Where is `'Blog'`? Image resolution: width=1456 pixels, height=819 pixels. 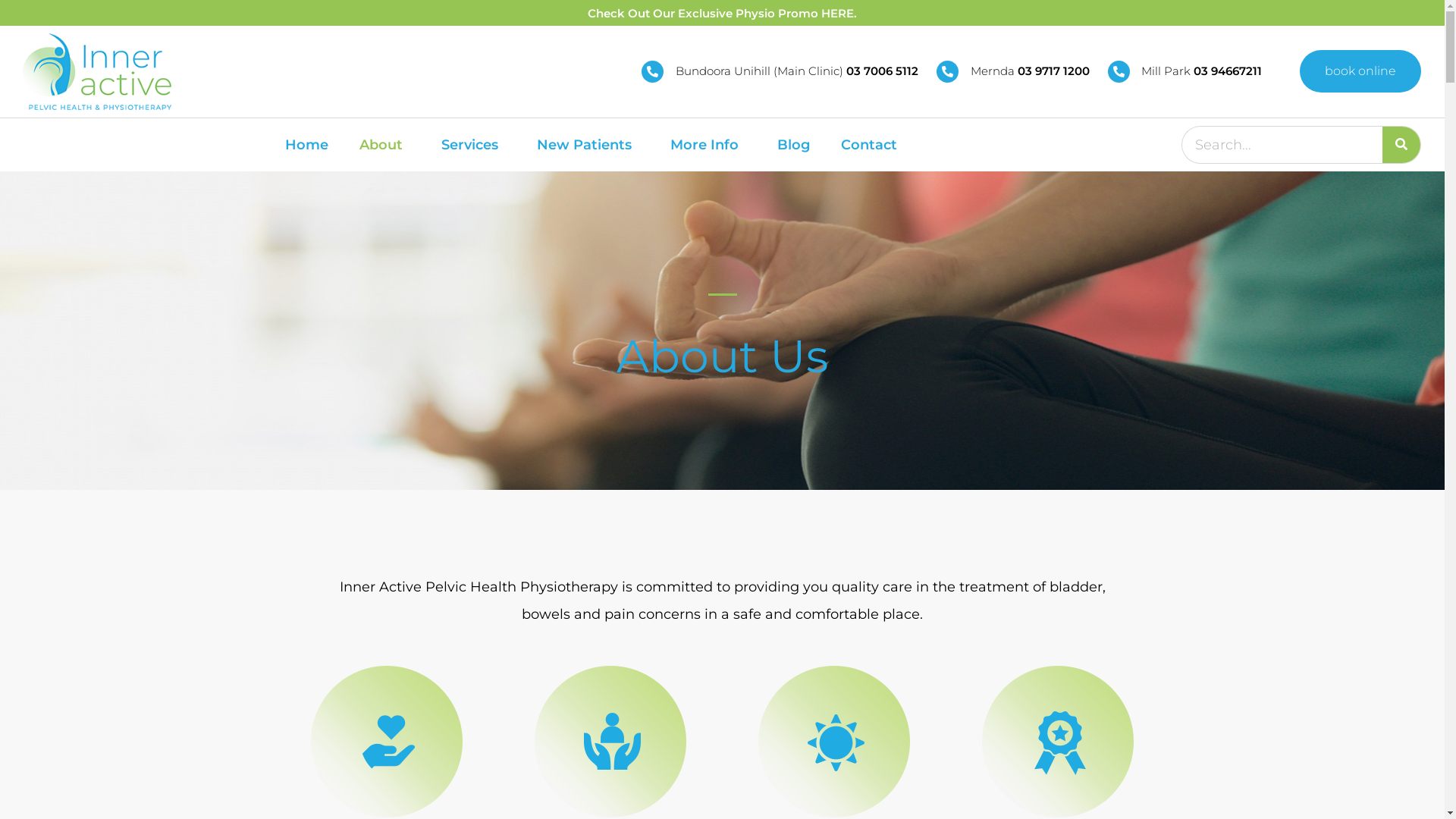
'Blog' is located at coordinates (792, 145).